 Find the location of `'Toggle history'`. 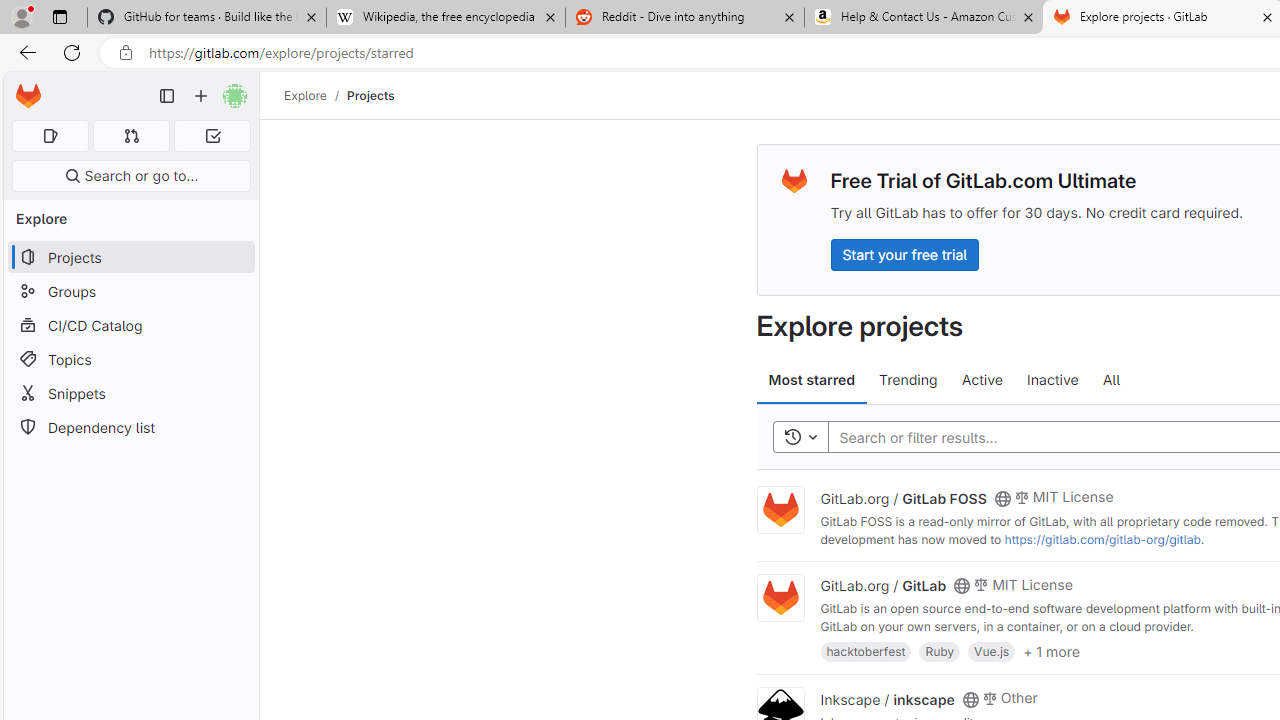

'Toggle history' is located at coordinates (800, 436).